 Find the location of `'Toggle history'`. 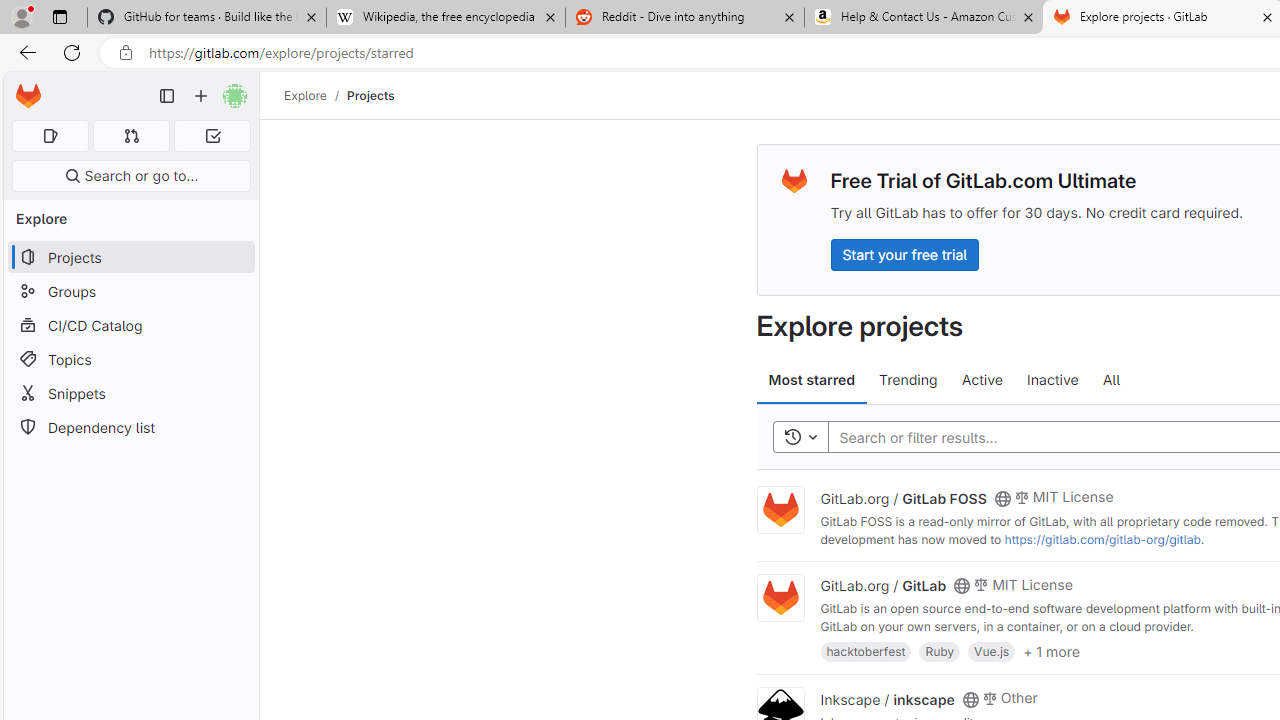

'Toggle history' is located at coordinates (800, 436).